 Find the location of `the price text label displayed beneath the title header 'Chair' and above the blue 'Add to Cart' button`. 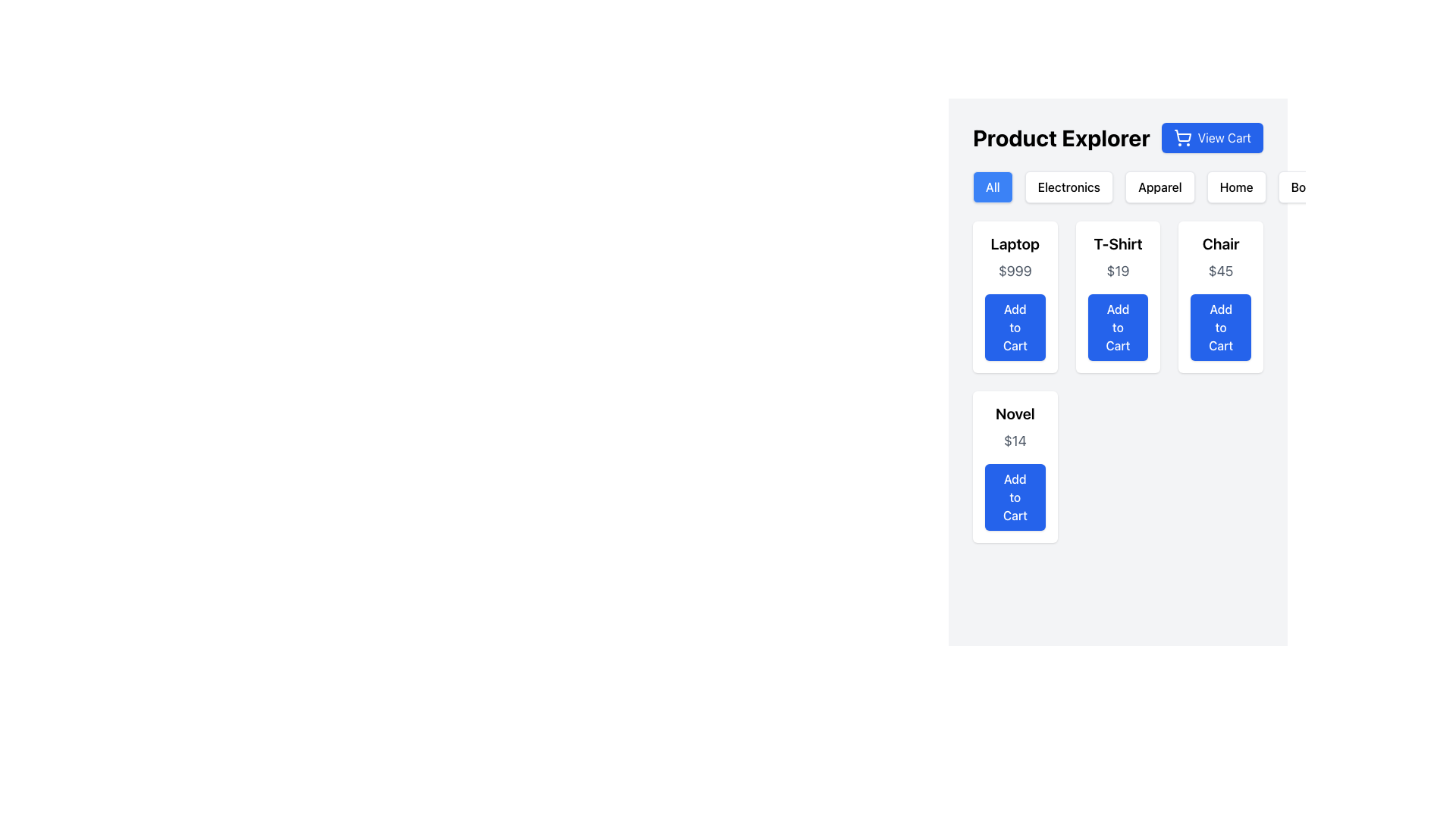

the price text label displayed beneath the title header 'Chair' and above the blue 'Add to Cart' button is located at coordinates (1221, 271).